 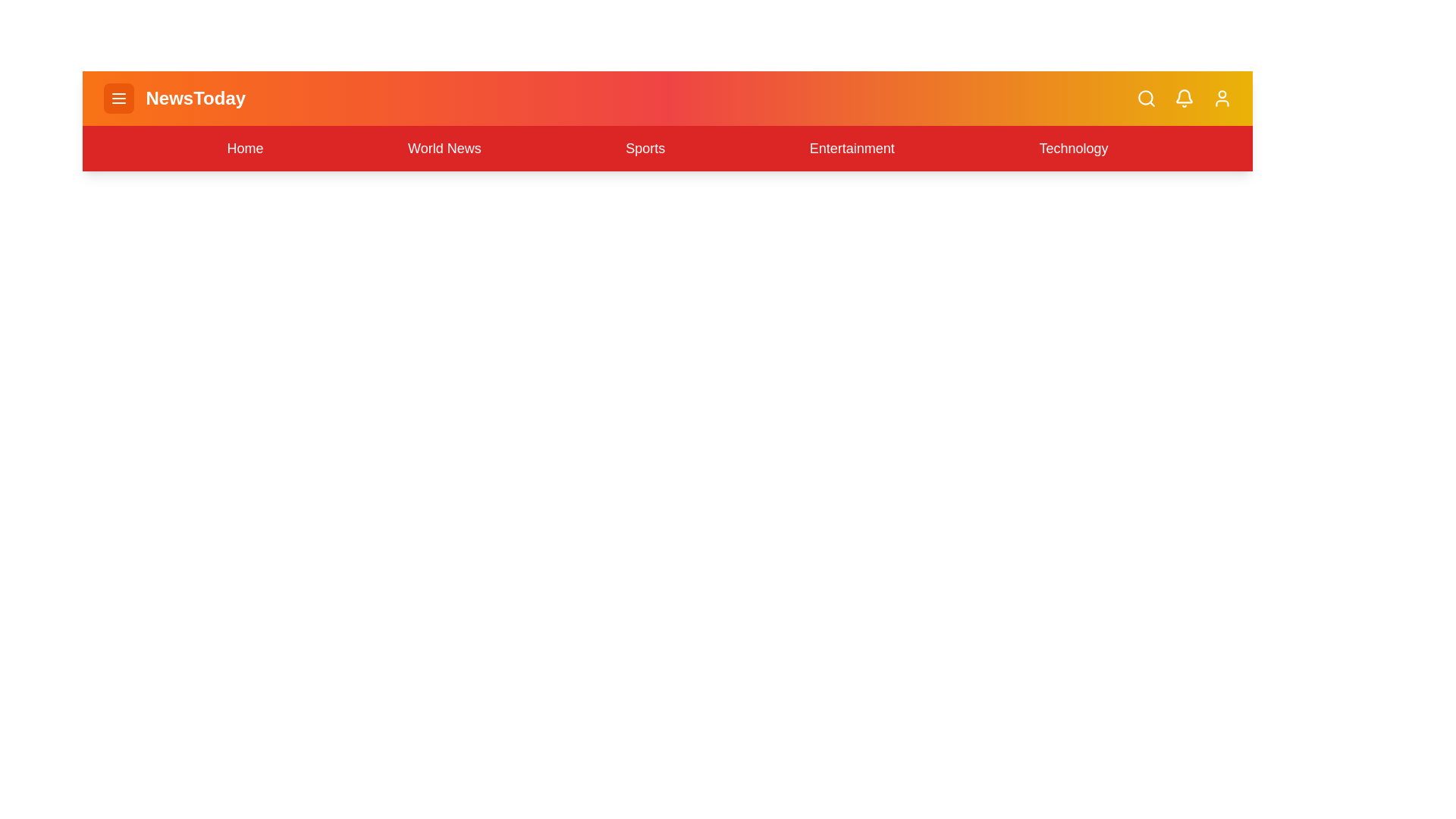 I want to click on the World News navigation link in the menu, so click(x=444, y=149).